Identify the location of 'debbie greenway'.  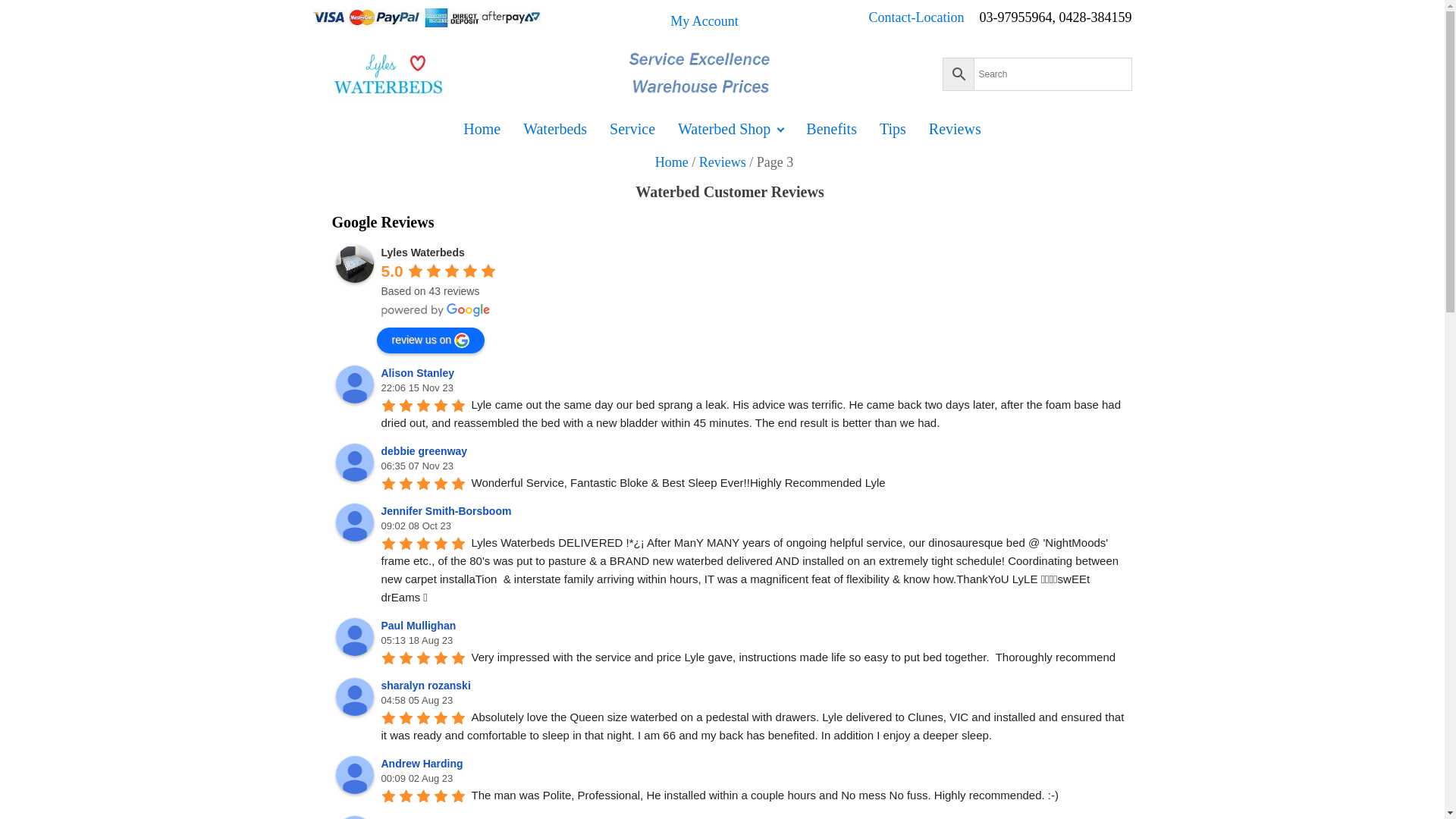
(425, 450).